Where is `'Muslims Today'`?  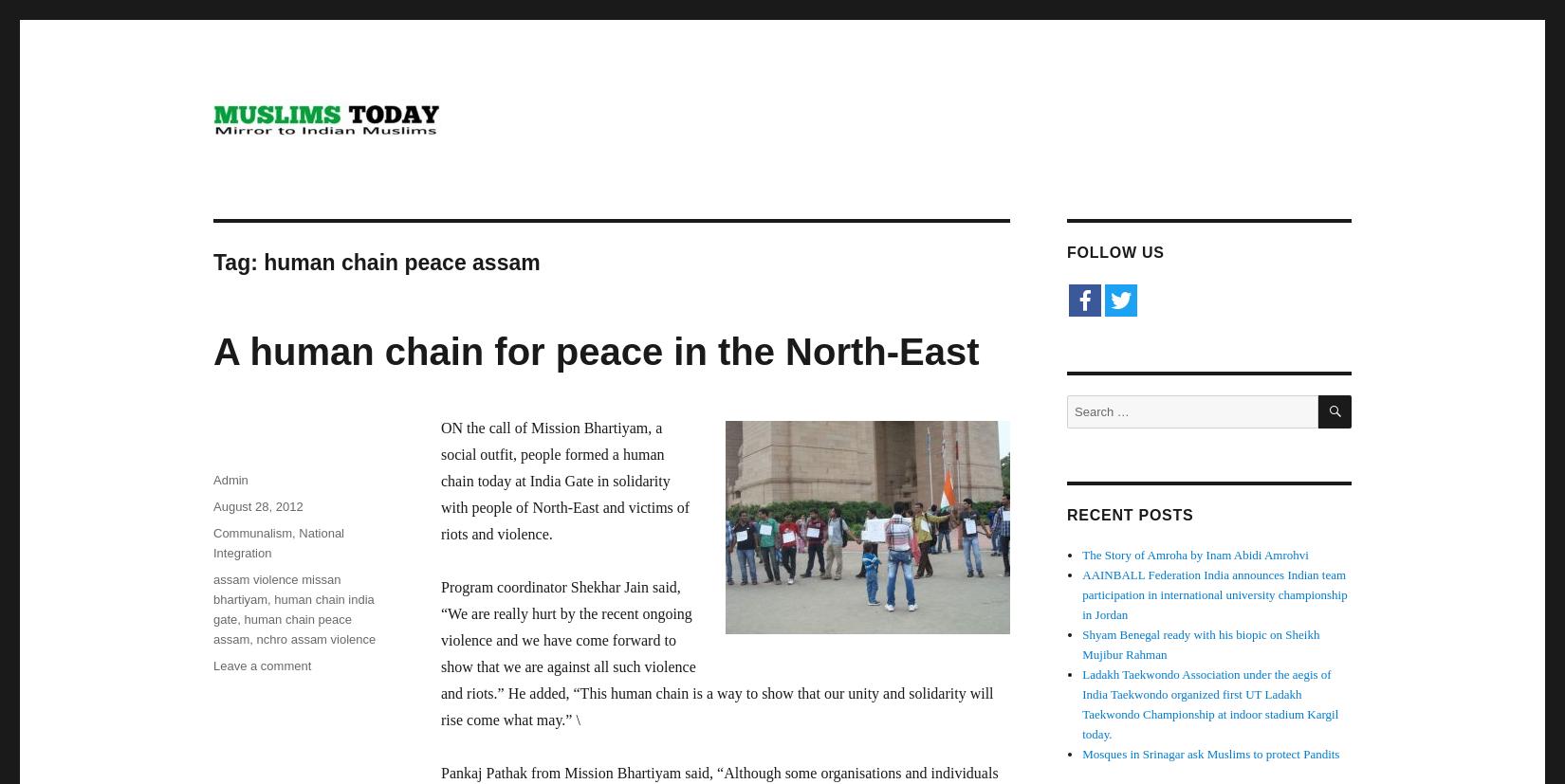
'Muslims Today' is located at coordinates (308, 168).